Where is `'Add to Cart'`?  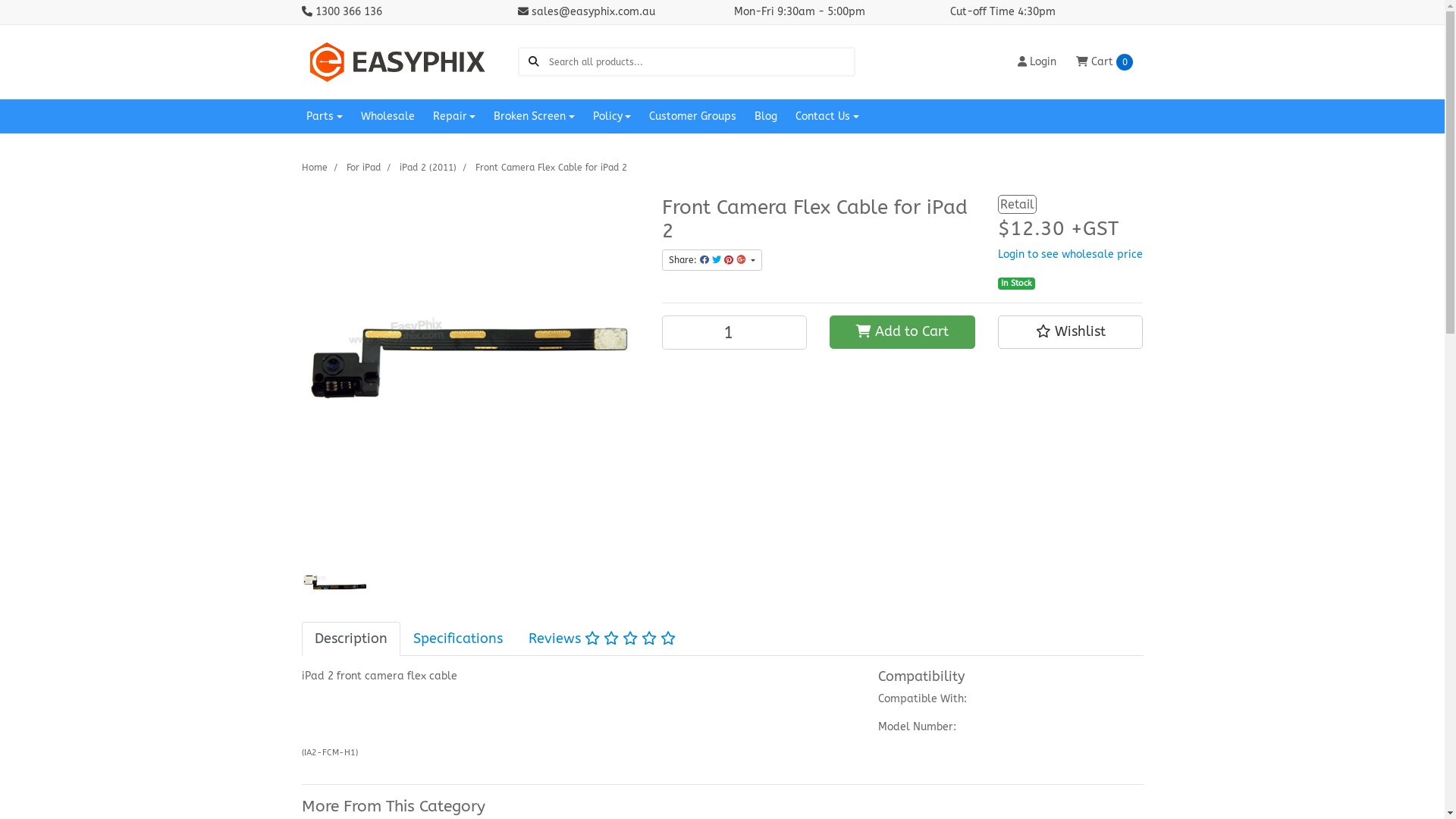 'Add to Cart' is located at coordinates (902, 331).